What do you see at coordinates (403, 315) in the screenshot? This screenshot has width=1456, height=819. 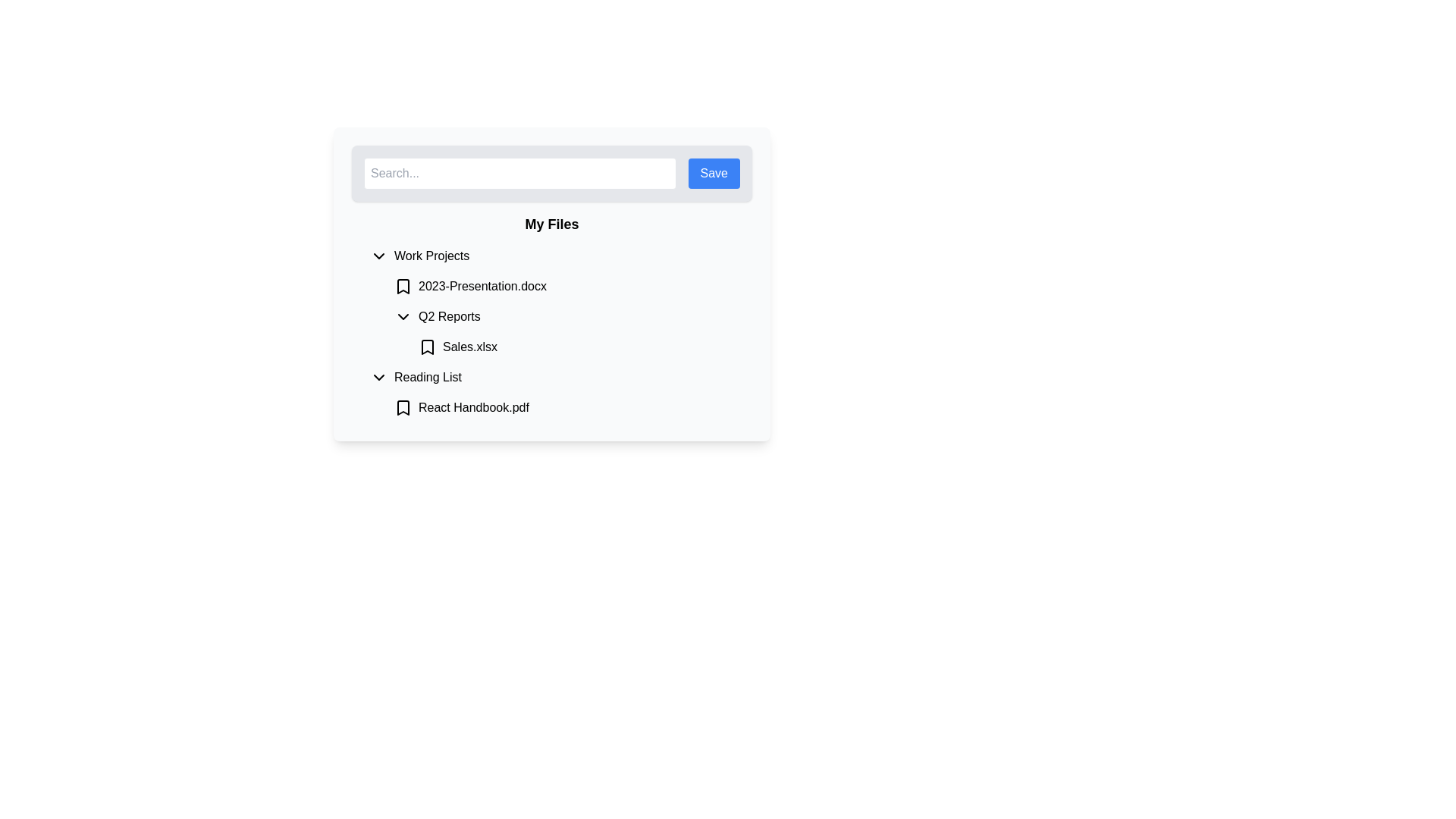 I see `the downward-pointing chevron icon in the 'Q2 Reports' row` at bounding box center [403, 315].